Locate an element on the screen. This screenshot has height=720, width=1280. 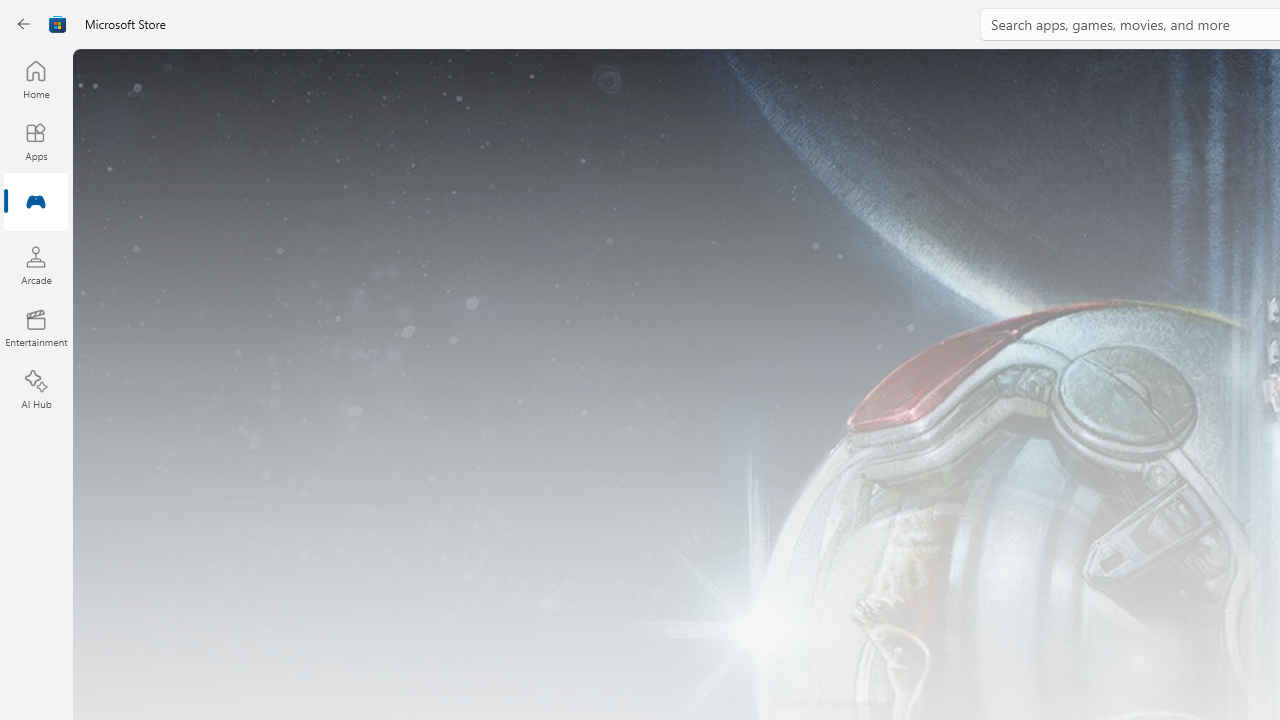
'Apps' is located at coordinates (35, 140).